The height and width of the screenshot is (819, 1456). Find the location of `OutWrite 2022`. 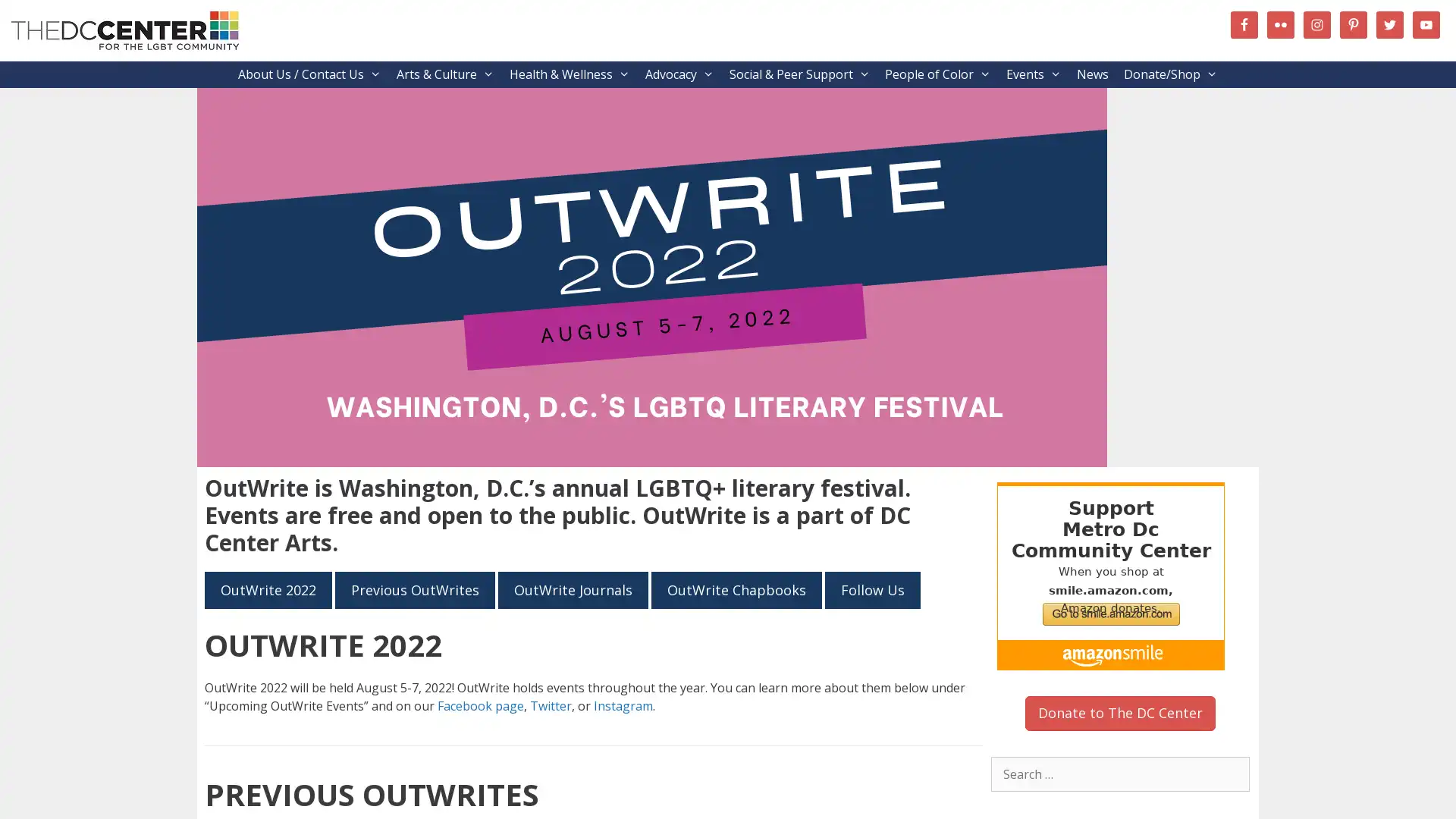

OutWrite 2022 is located at coordinates (268, 589).